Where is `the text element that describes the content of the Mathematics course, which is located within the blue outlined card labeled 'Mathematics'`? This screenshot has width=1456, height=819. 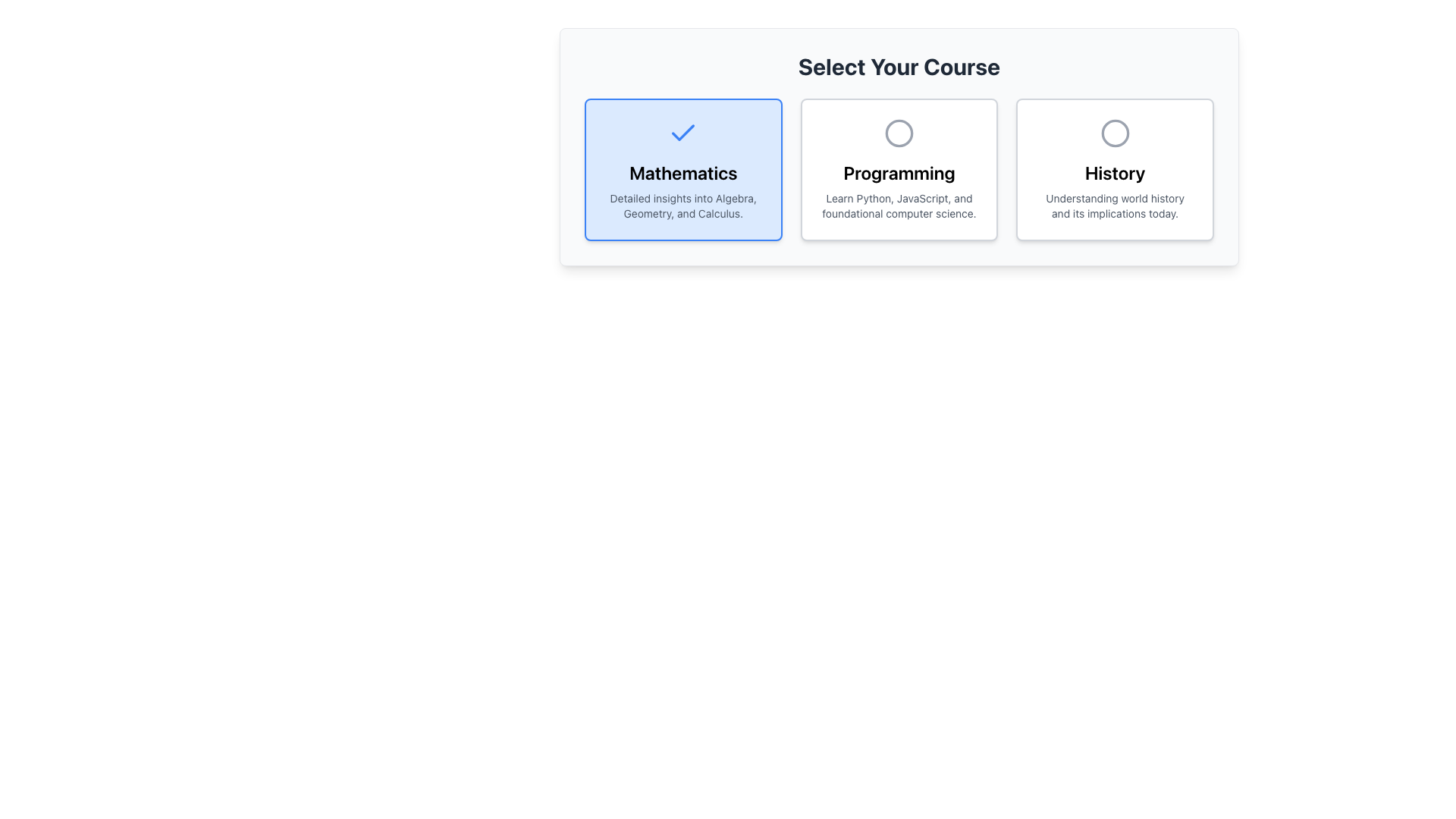
the text element that describes the content of the Mathematics course, which is located within the blue outlined card labeled 'Mathematics' is located at coordinates (682, 206).